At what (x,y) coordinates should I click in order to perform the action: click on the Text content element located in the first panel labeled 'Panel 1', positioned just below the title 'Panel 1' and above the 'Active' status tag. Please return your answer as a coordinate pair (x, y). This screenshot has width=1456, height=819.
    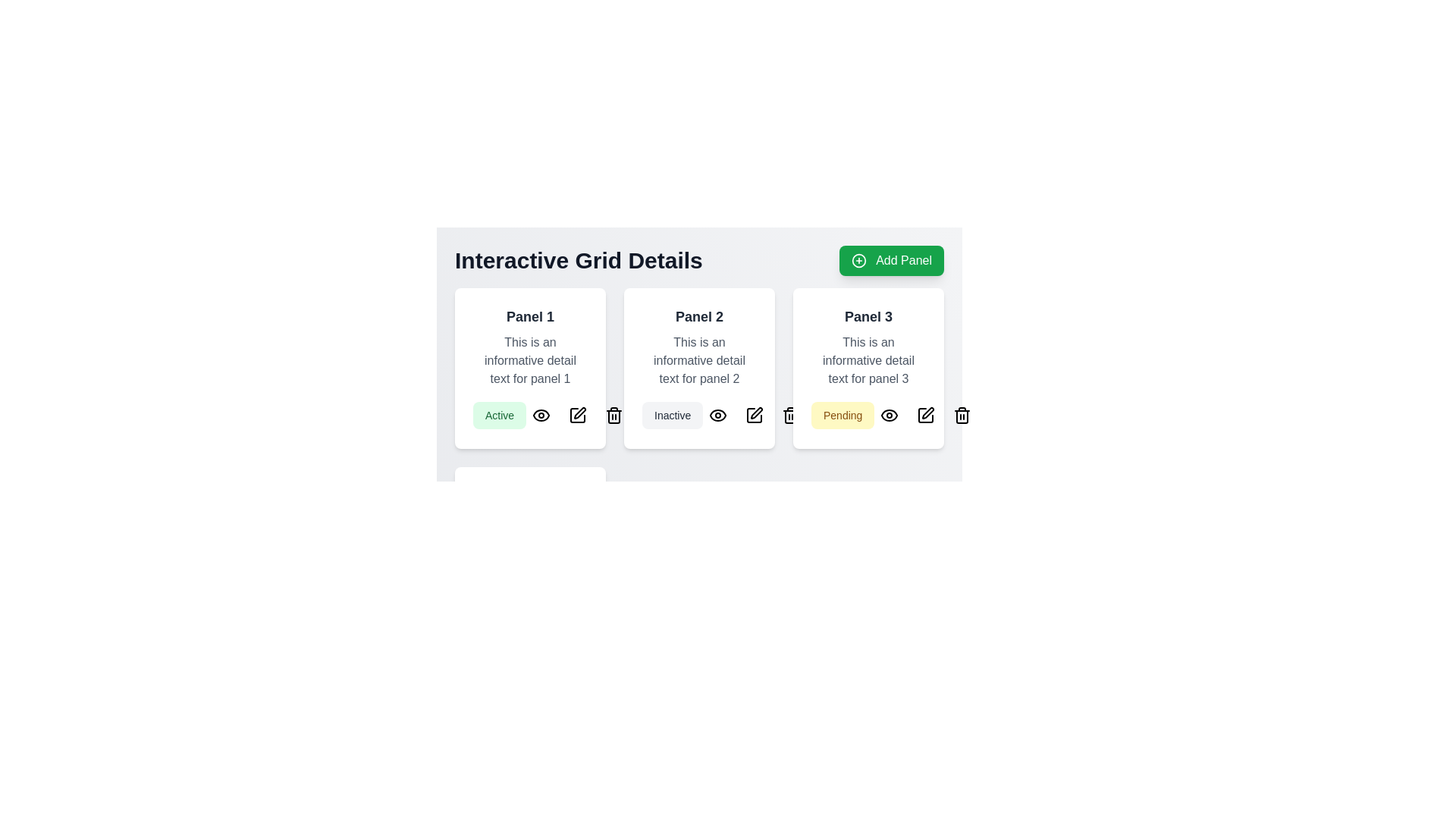
    Looking at the image, I should click on (530, 360).